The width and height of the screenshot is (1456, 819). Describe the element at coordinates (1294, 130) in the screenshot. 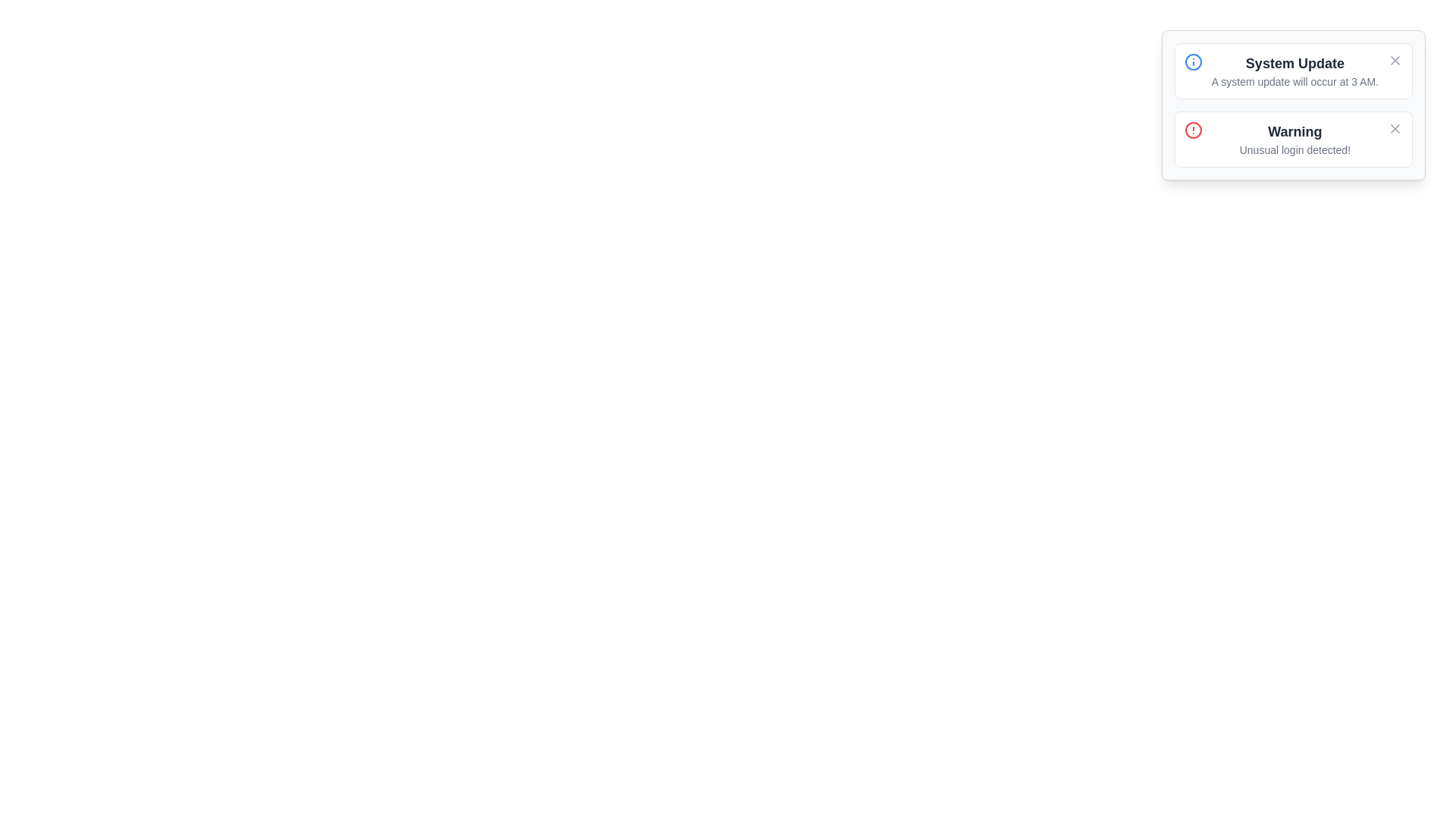

I see `text content of the 'Warning' label which is styled prominently in bold and dark color, indicating an alert message` at that location.